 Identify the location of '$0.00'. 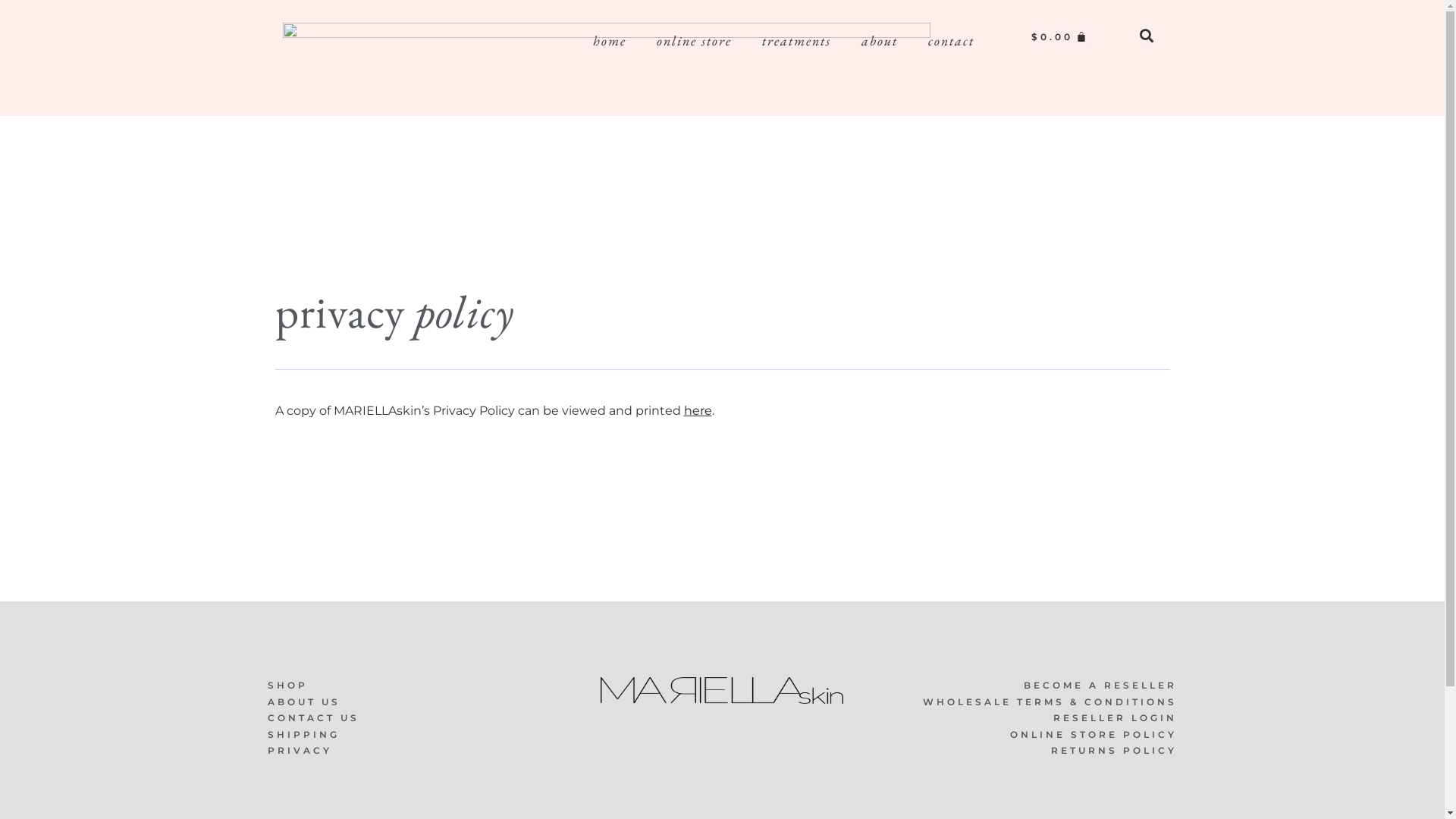
(1059, 36).